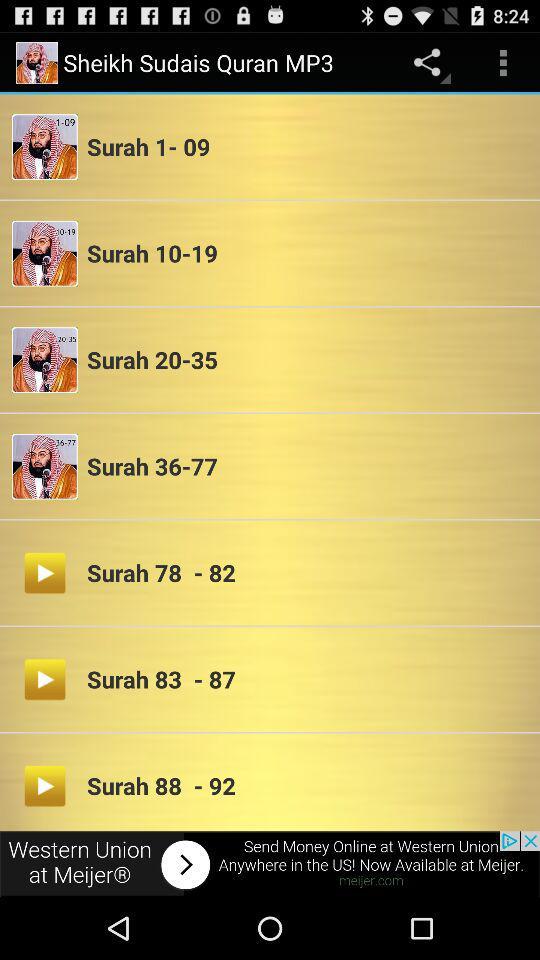 The image size is (540, 960). Describe the element at coordinates (270, 863) in the screenshot. I see `advertisement link` at that location.